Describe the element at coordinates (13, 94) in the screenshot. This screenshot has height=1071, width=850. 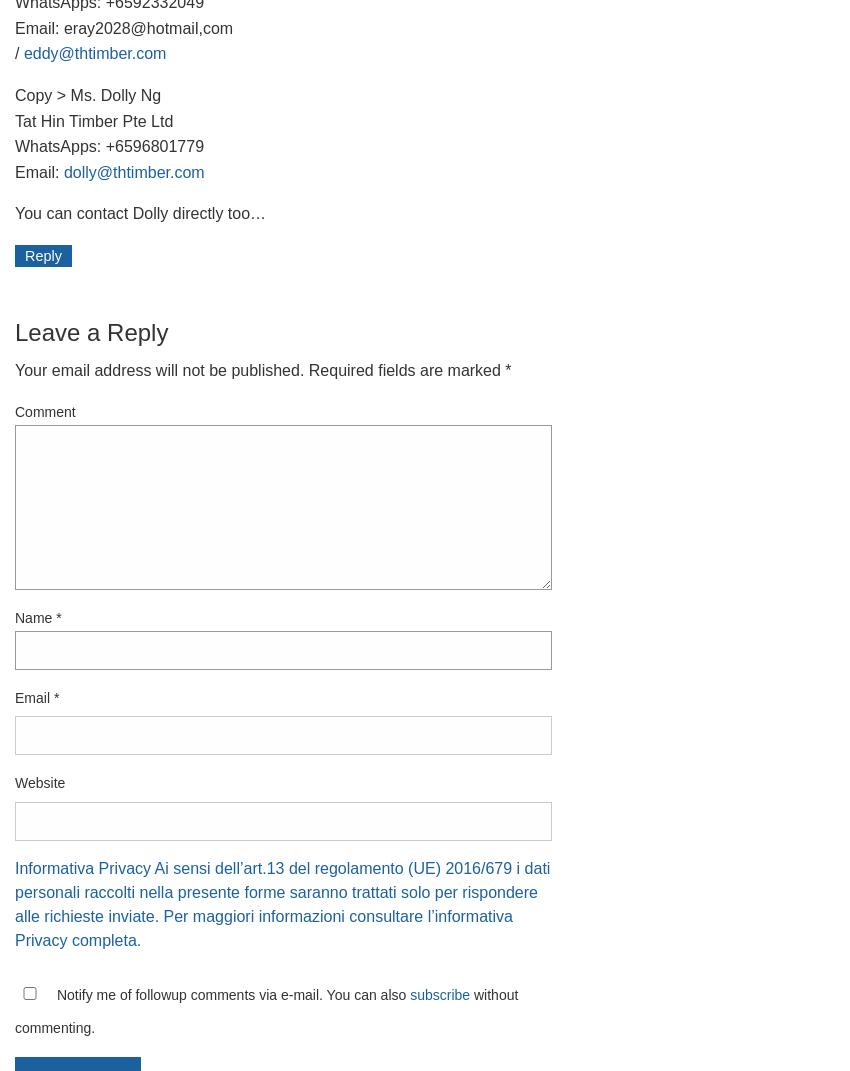
I see `'Copy > Ms. Dolly Ng'` at that location.